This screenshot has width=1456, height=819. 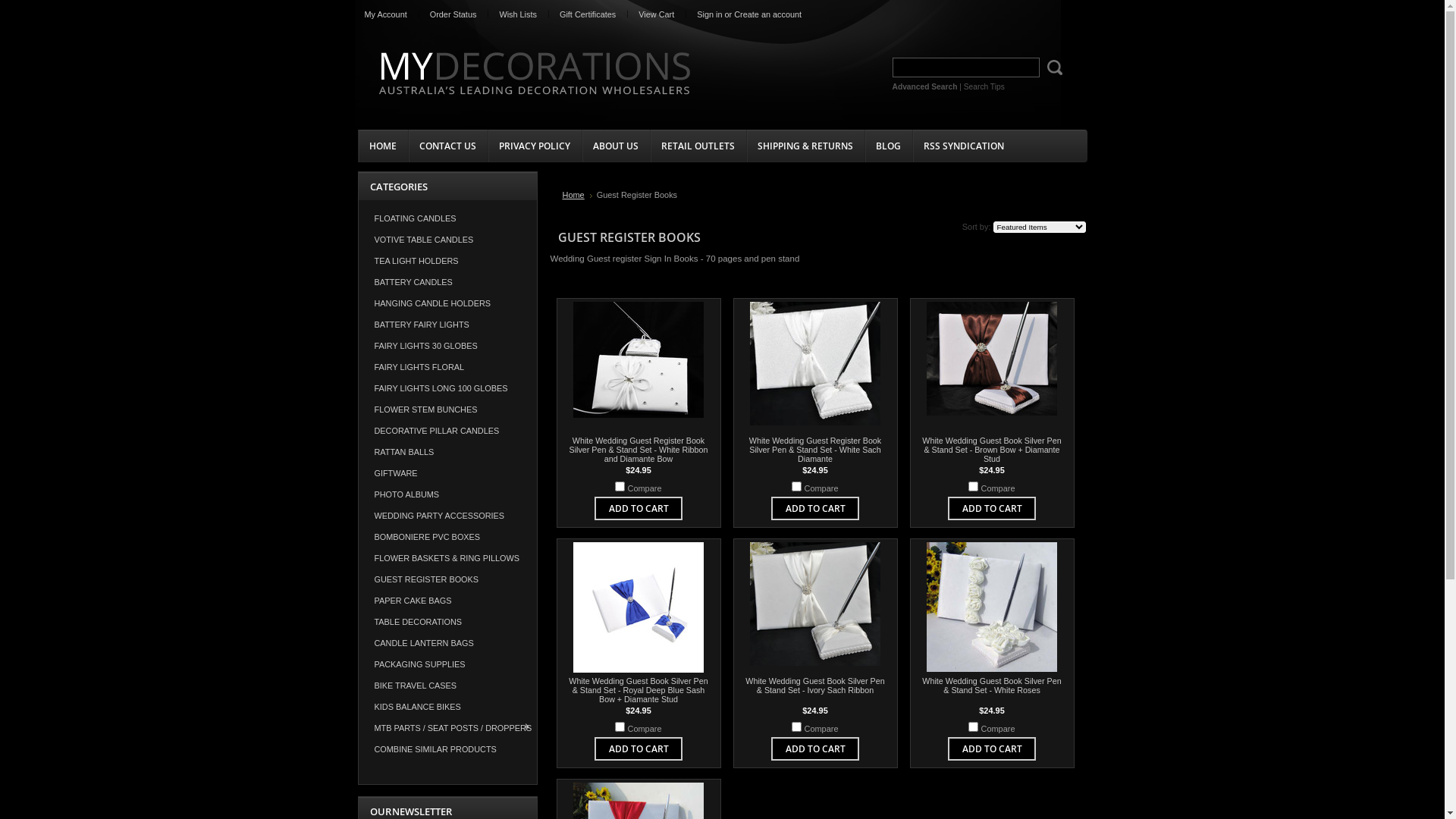 I want to click on 'RSS SYNDICATION', so click(x=962, y=146).